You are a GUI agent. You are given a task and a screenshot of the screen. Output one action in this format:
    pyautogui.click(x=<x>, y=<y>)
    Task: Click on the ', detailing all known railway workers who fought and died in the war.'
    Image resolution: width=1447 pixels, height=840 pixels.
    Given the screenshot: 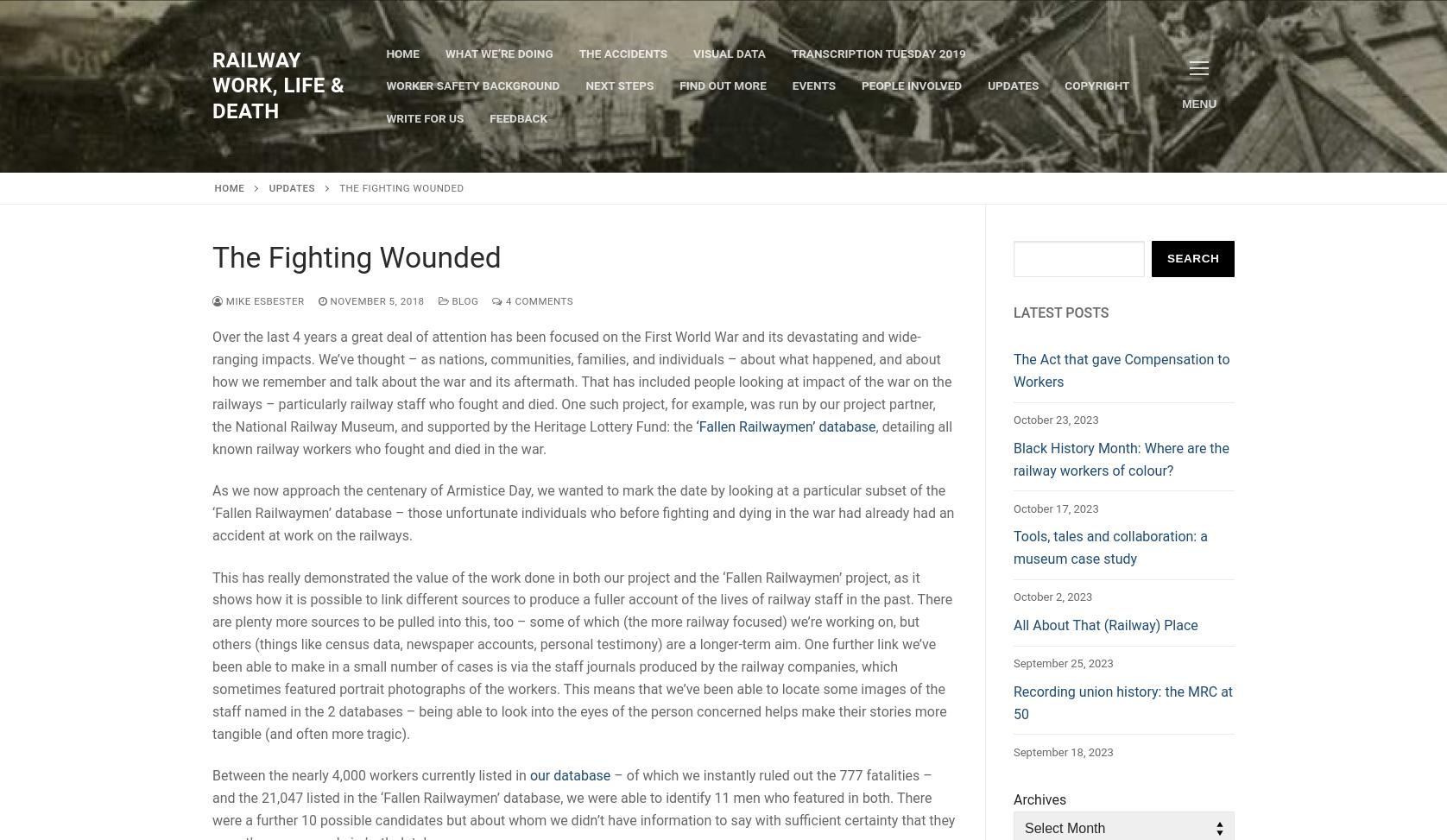 What is the action you would take?
    pyautogui.click(x=581, y=436)
    